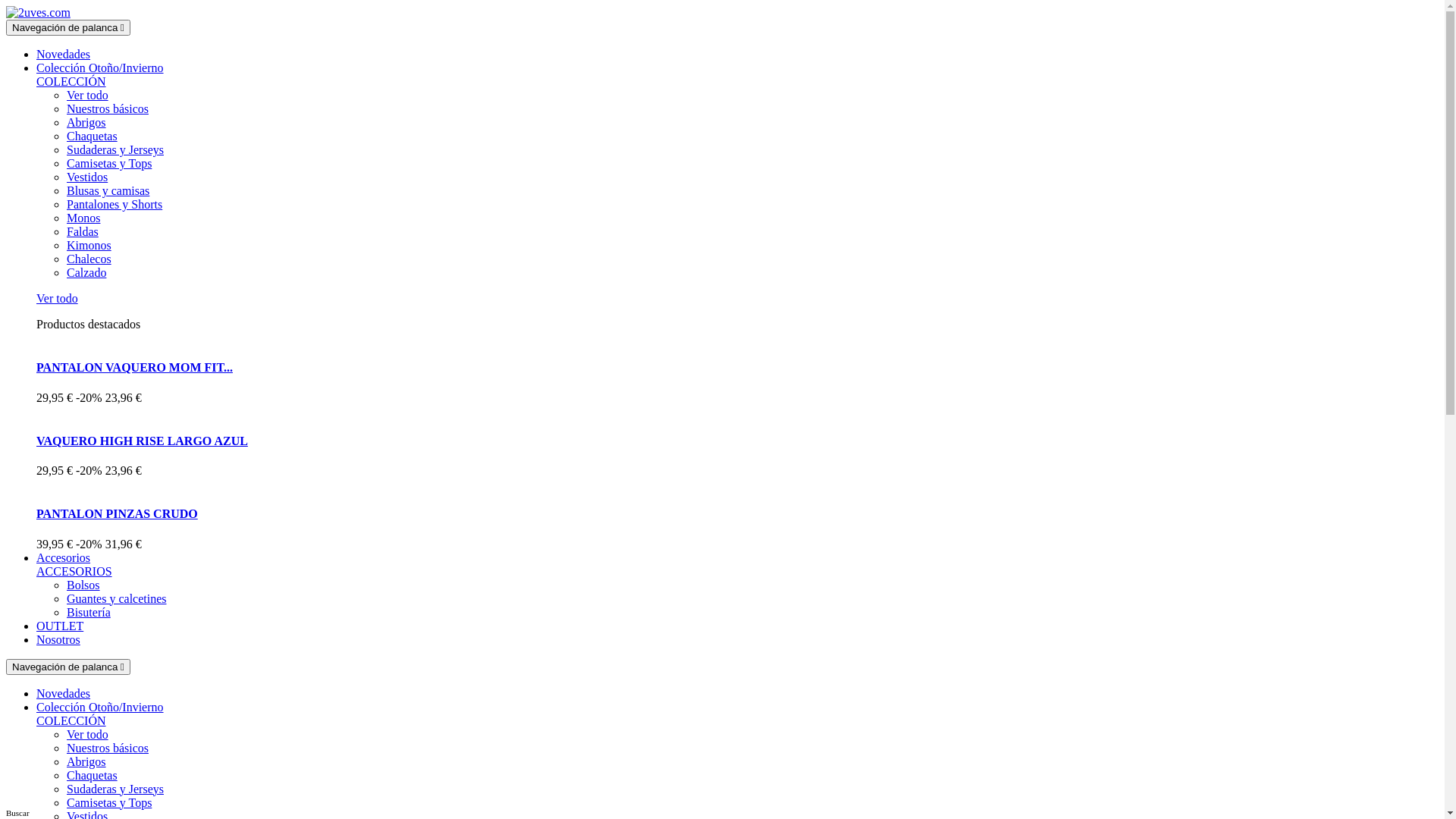  Describe the element at coordinates (88, 244) in the screenshot. I see `'Kimonos'` at that location.